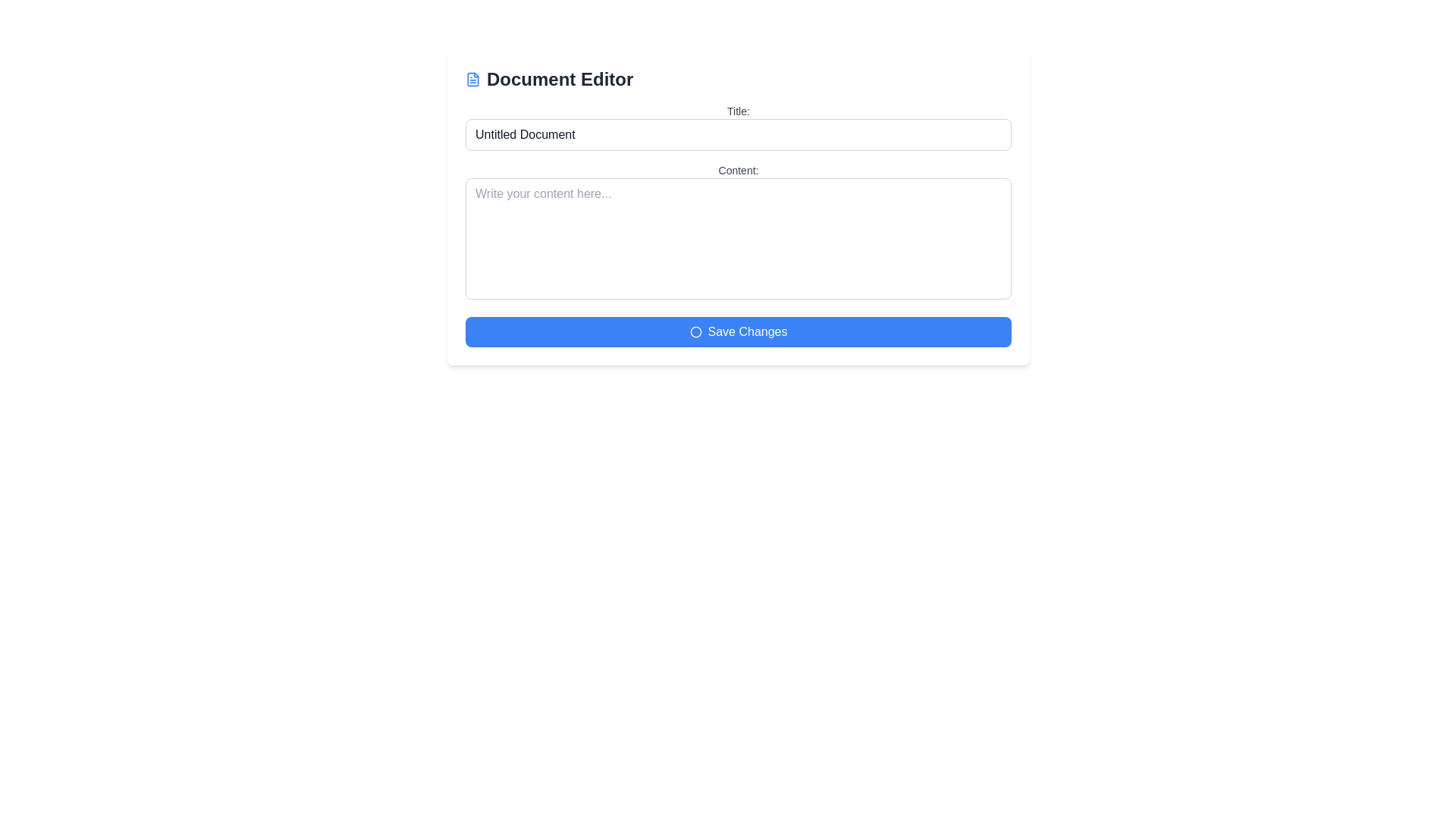 The image size is (1456, 819). Describe the element at coordinates (472, 79) in the screenshot. I see `the document editor icon located to the left of the 'Document Editor' text in the header section of the interface` at that location.